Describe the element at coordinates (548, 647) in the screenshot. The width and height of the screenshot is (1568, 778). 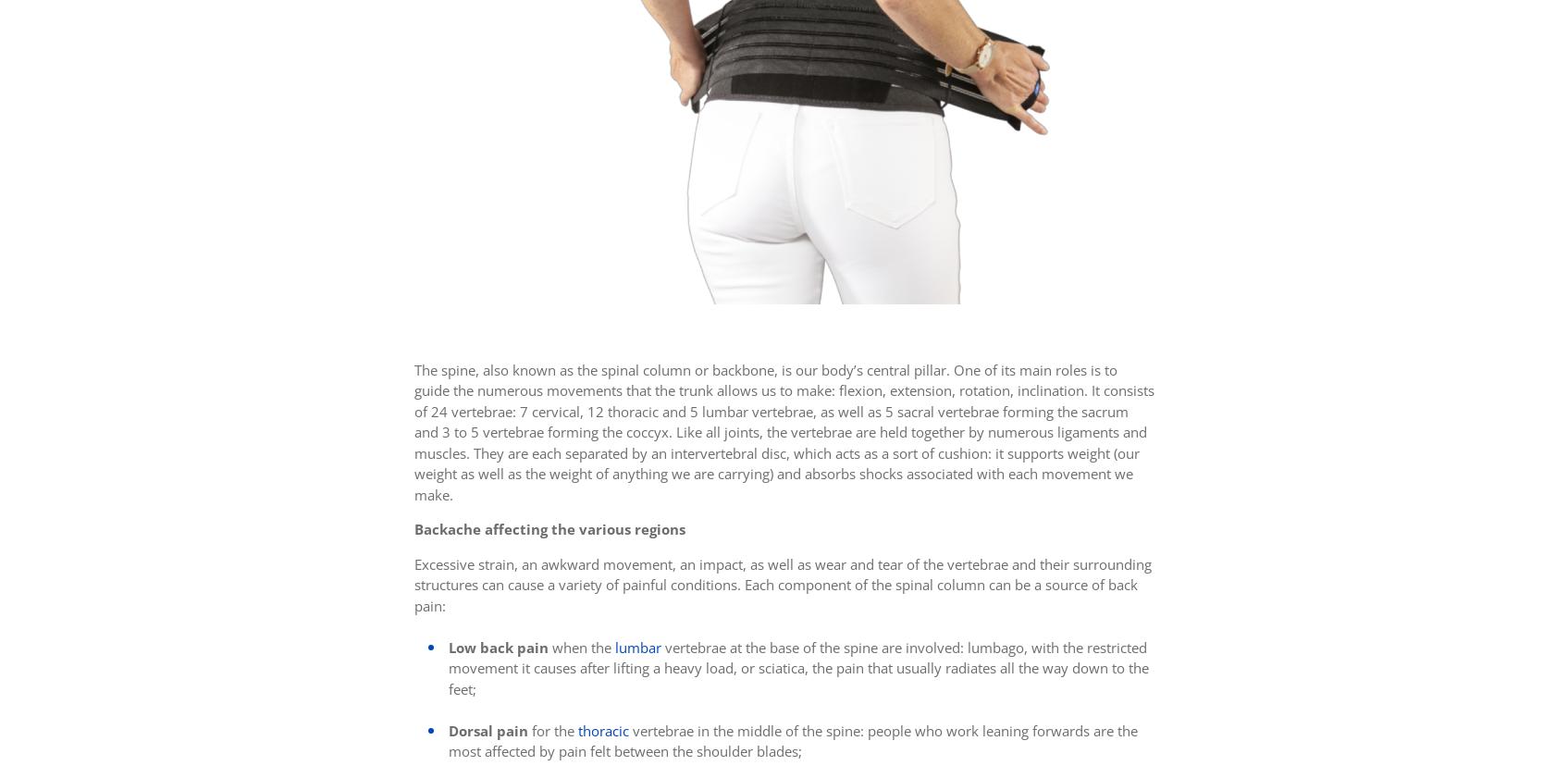
I see `'when the'` at that location.